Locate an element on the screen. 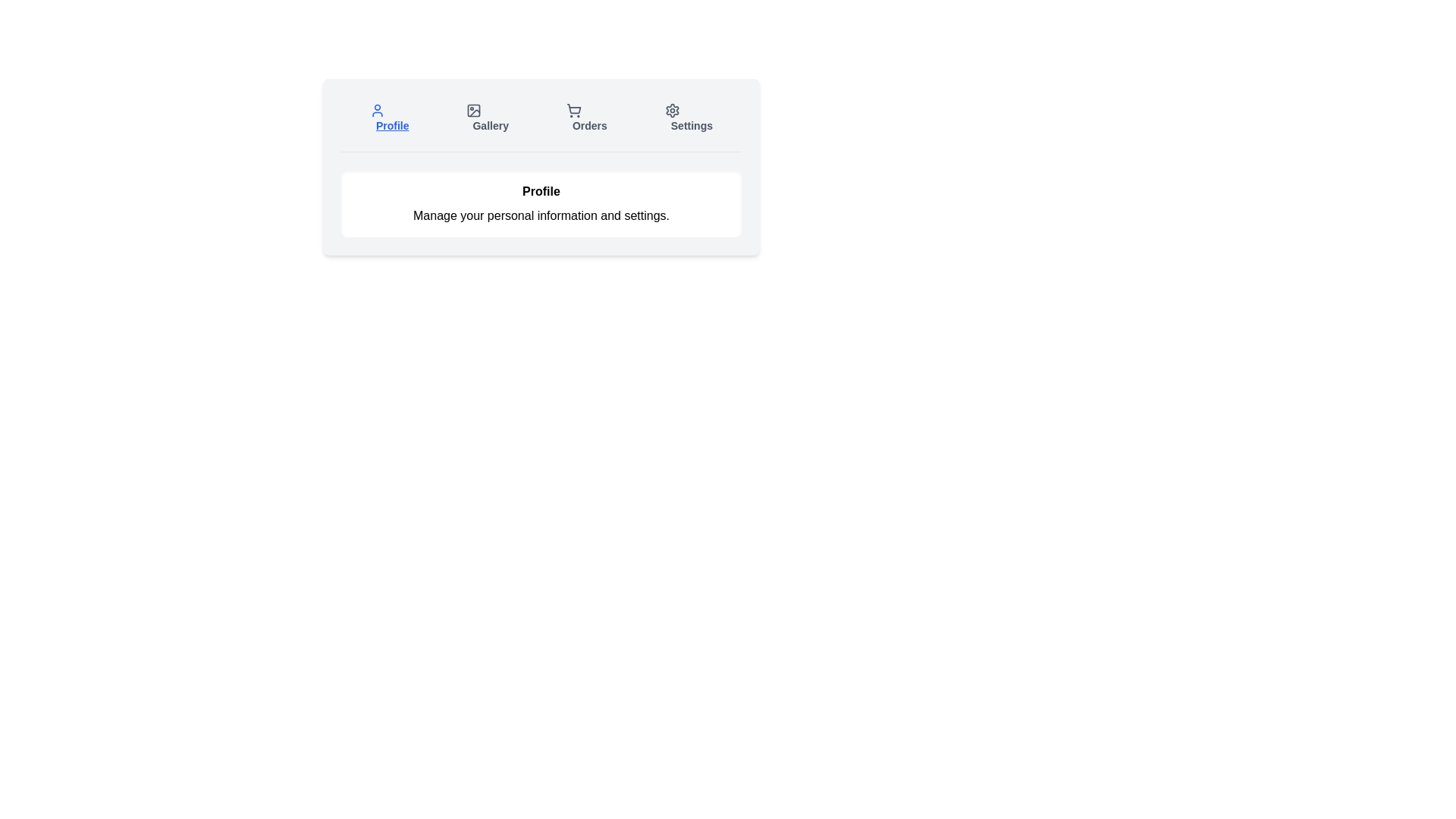 This screenshot has height=819, width=1456. the tab labeled Gallery to display its content is located at coordinates (488, 117).